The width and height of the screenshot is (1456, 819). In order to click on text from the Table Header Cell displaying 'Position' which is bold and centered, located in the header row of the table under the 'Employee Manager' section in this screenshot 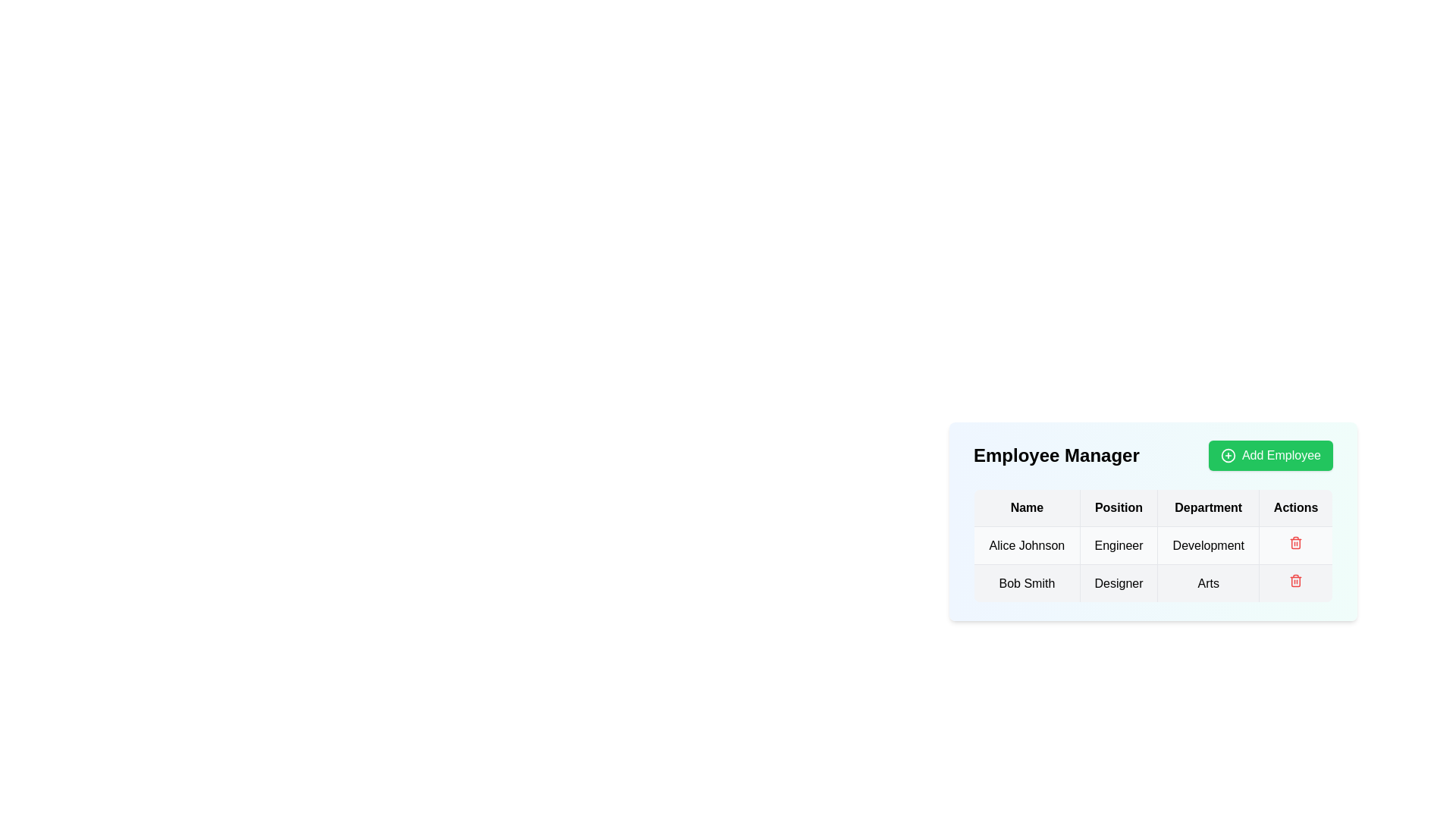, I will do `click(1119, 508)`.